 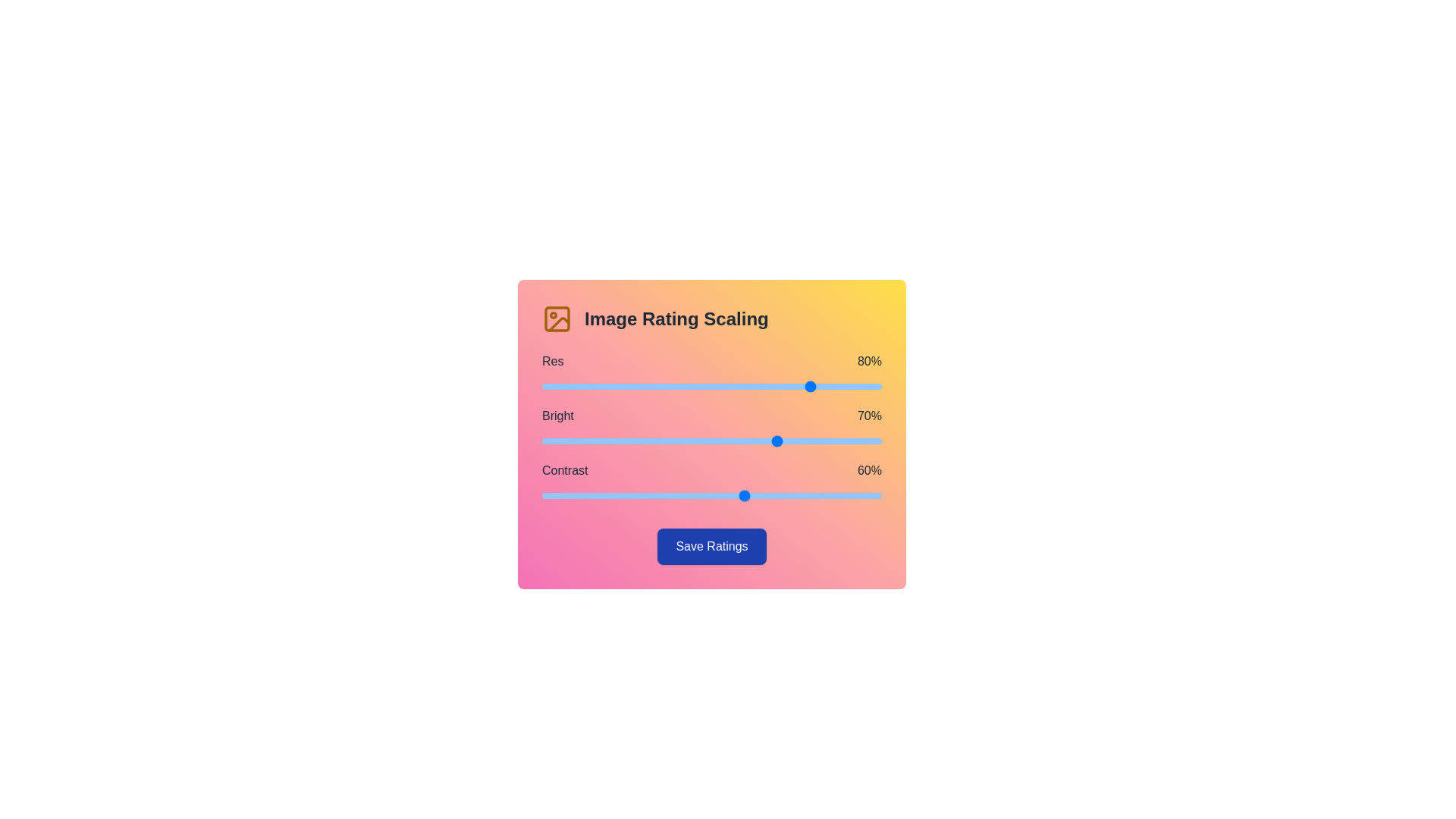 I want to click on the contrast, so click(x=721, y=496).